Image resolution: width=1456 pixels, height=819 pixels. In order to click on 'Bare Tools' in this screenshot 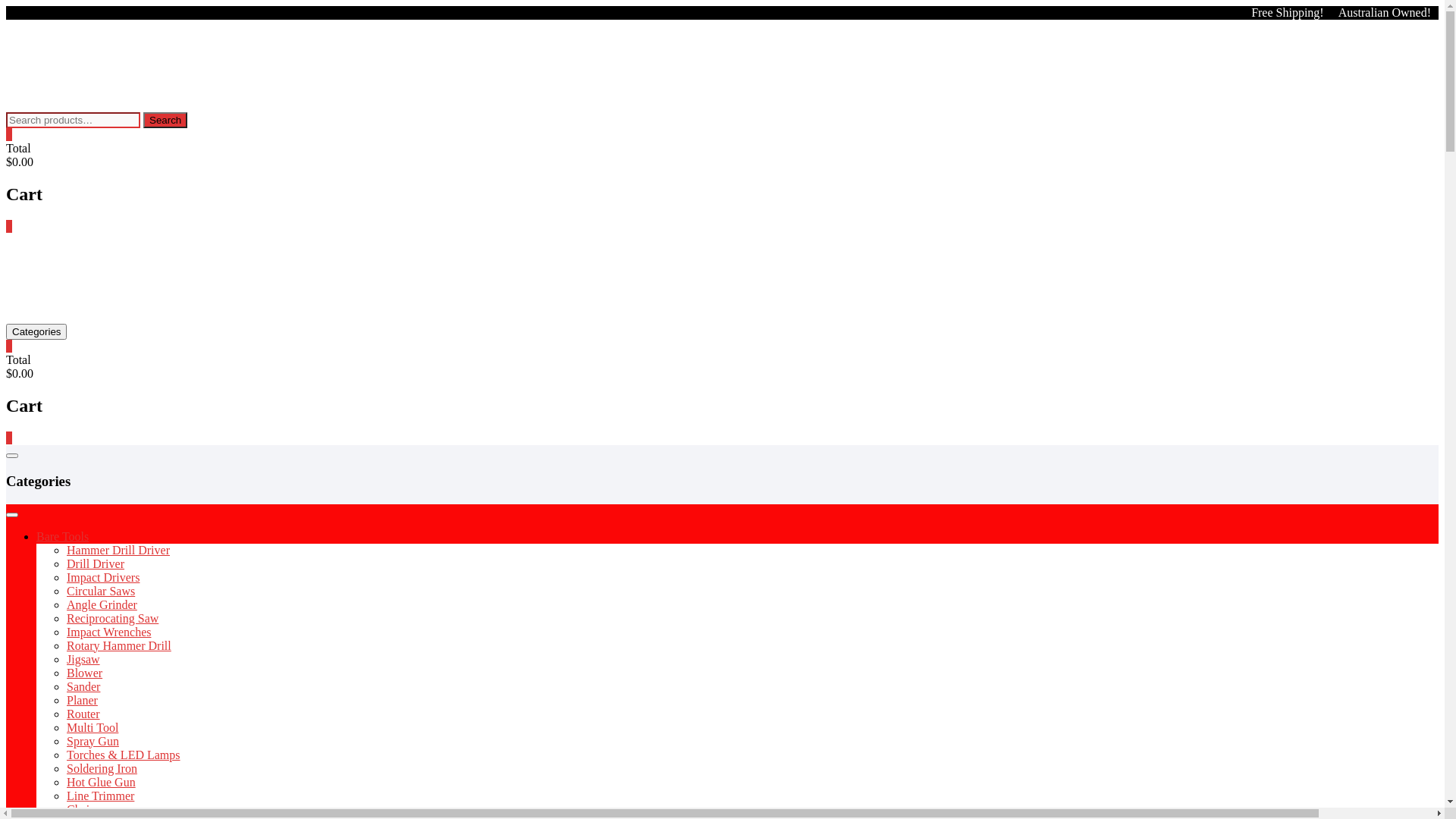, I will do `click(61, 535)`.